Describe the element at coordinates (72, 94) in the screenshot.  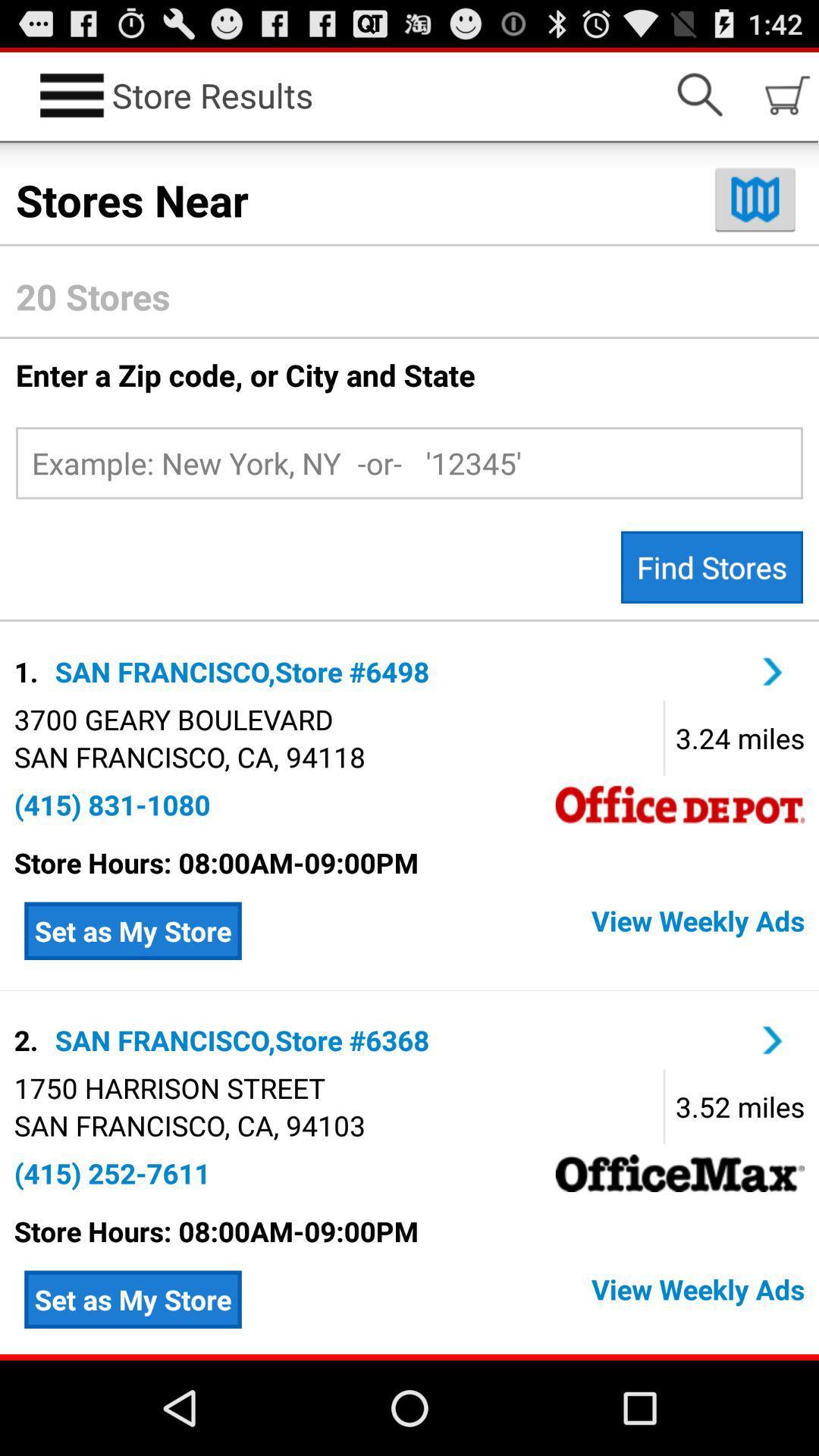
I see `the icon left to store results` at that location.